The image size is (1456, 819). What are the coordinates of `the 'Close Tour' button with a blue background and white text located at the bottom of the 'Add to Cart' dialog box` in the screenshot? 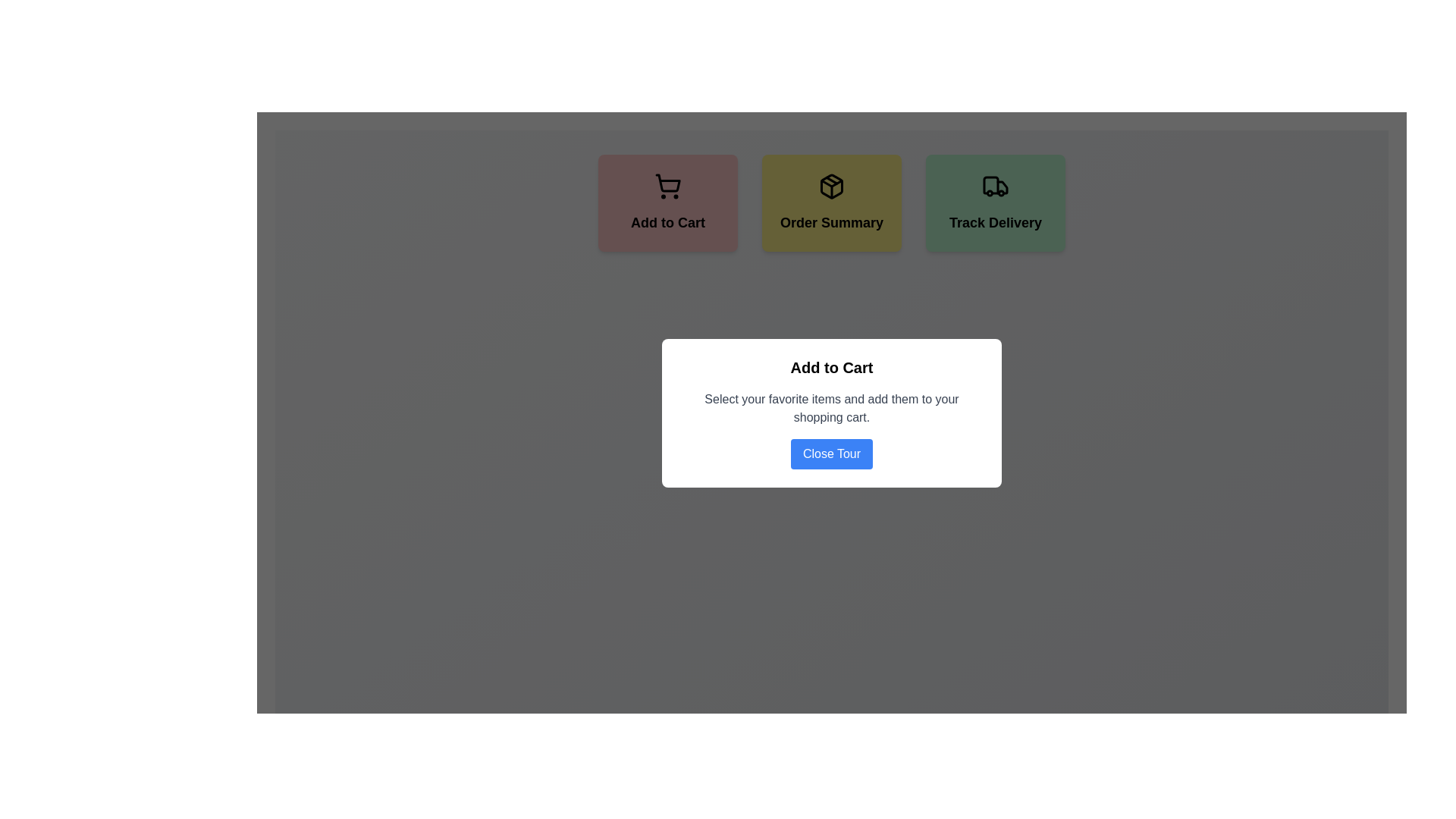 It's located at (831, 452).